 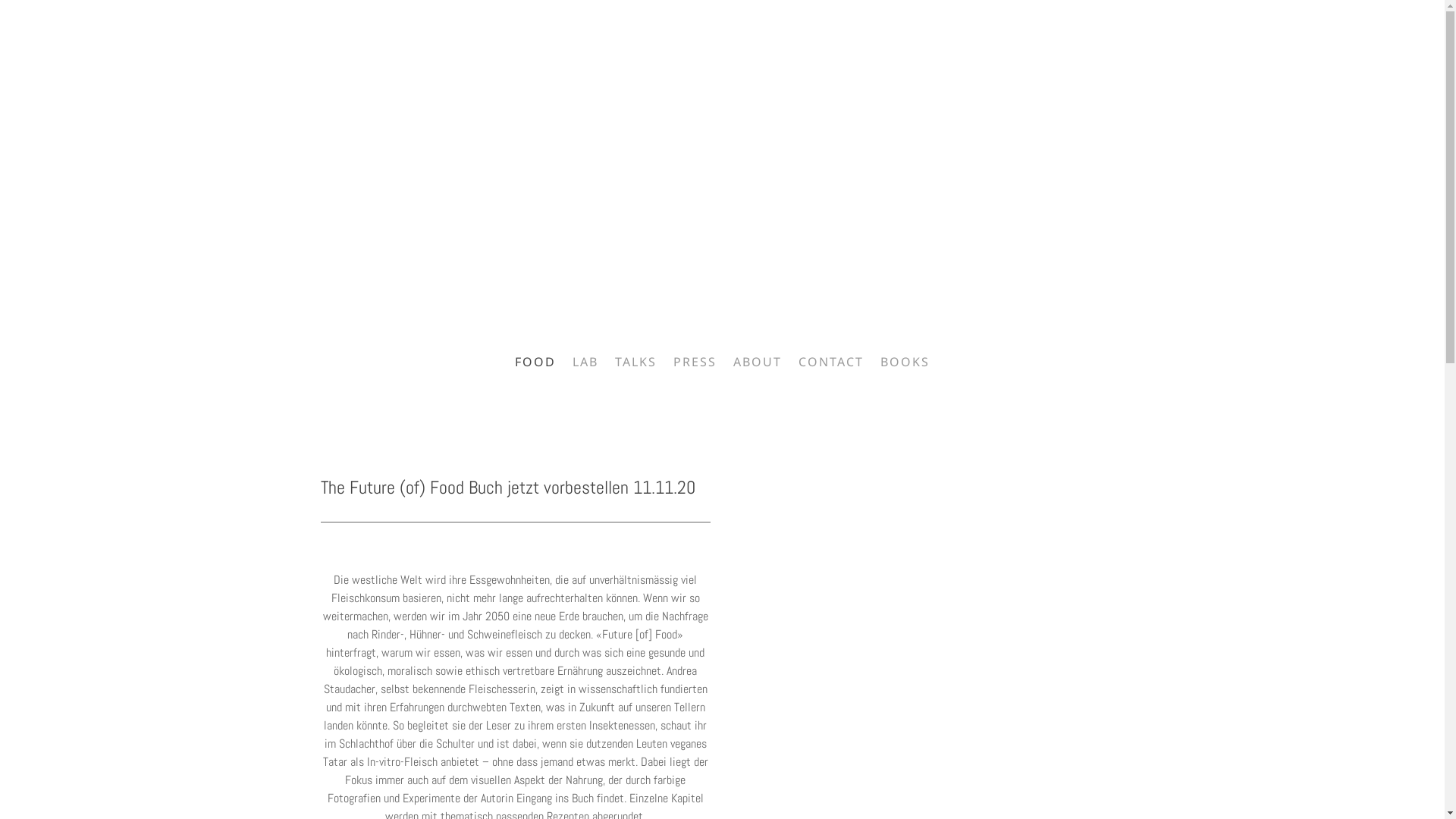 What do you see at coordinates (585, 362) in the screenshot?
I see `'LAB'` at bounding box center [585, 362].